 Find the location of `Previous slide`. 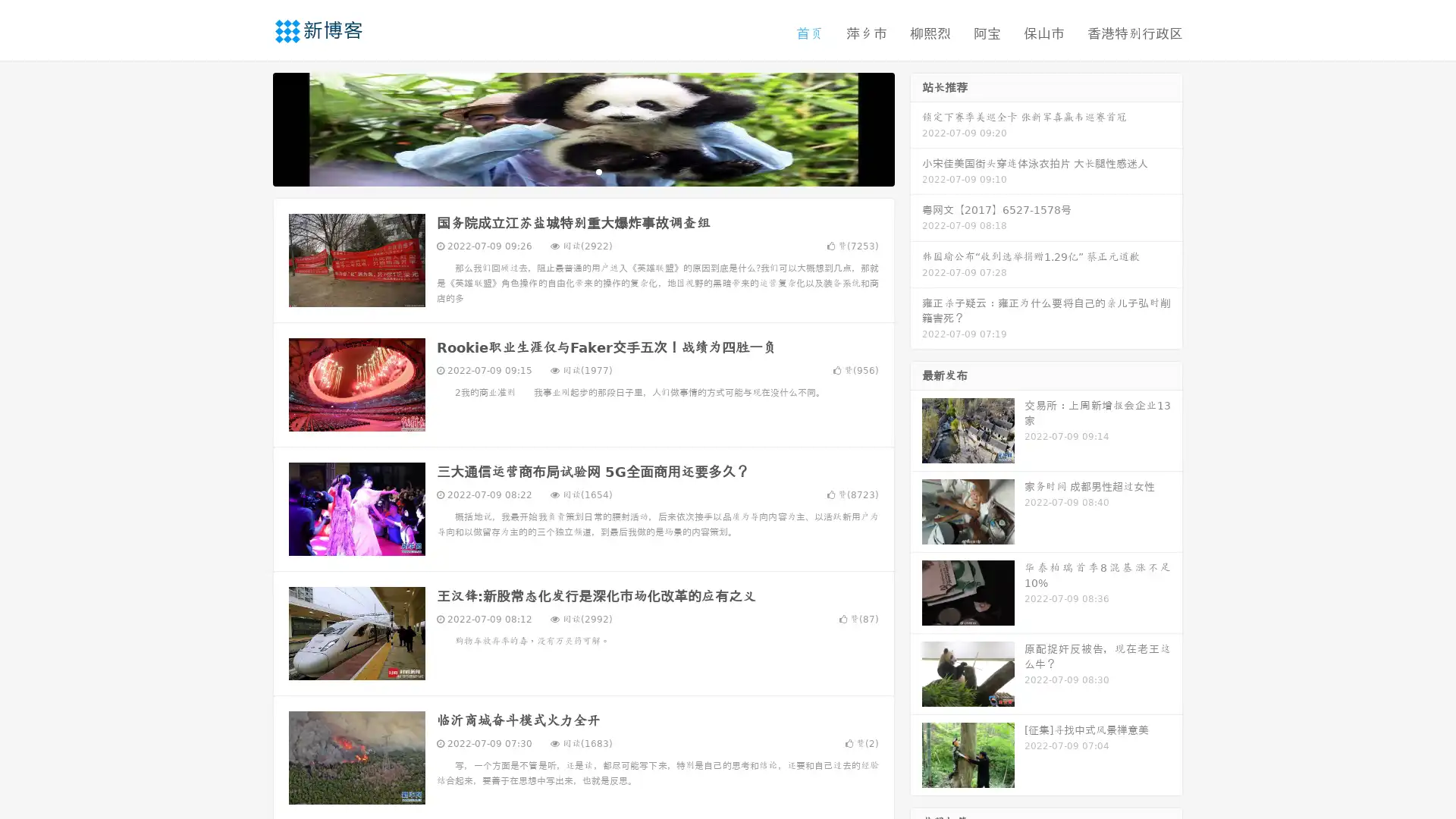

Previous slide is located at coordinates (250, 127).